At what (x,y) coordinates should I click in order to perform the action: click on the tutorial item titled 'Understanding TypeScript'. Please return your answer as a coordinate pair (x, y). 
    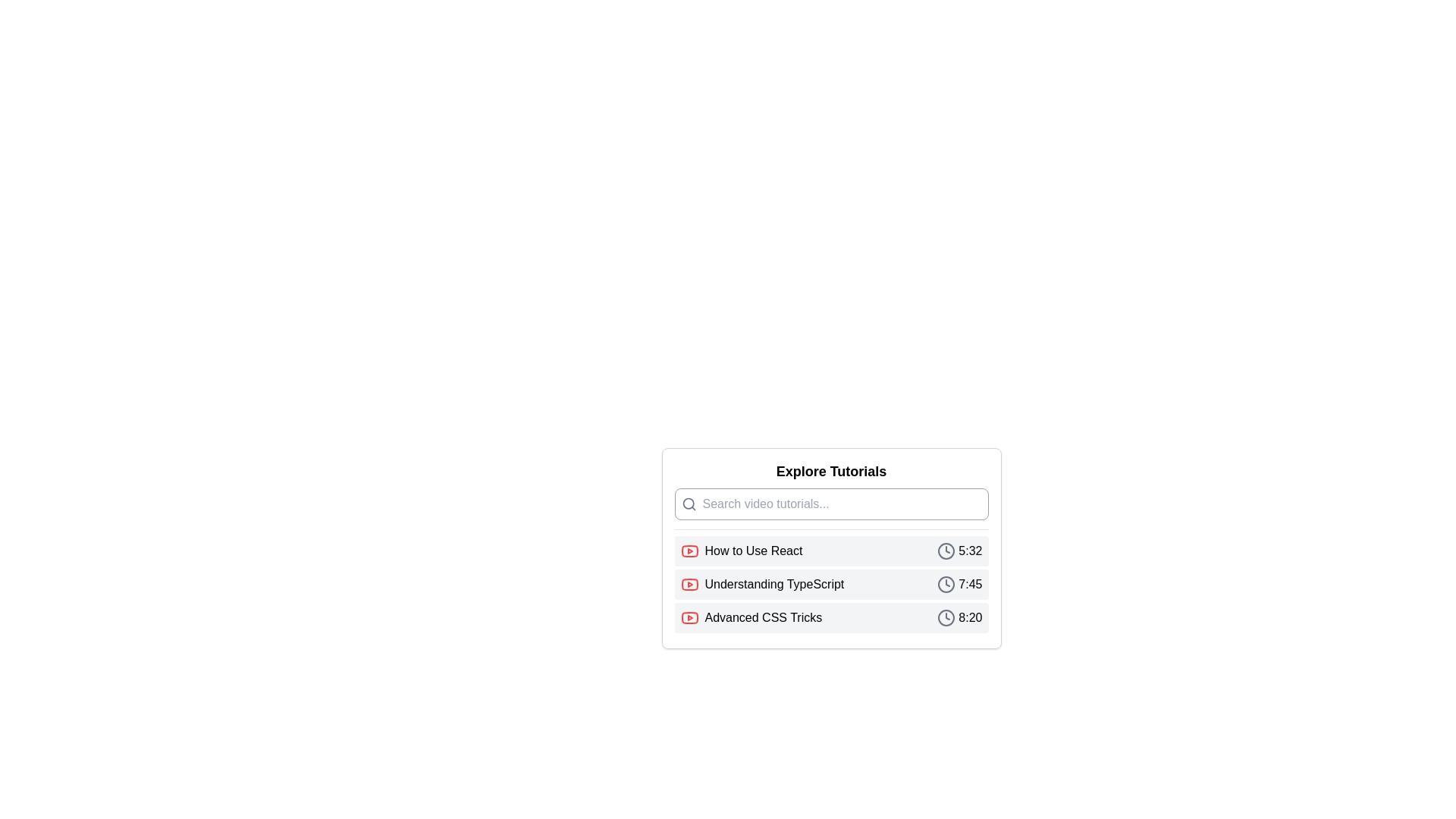
    Looking at the image, I should click on (830, 584).